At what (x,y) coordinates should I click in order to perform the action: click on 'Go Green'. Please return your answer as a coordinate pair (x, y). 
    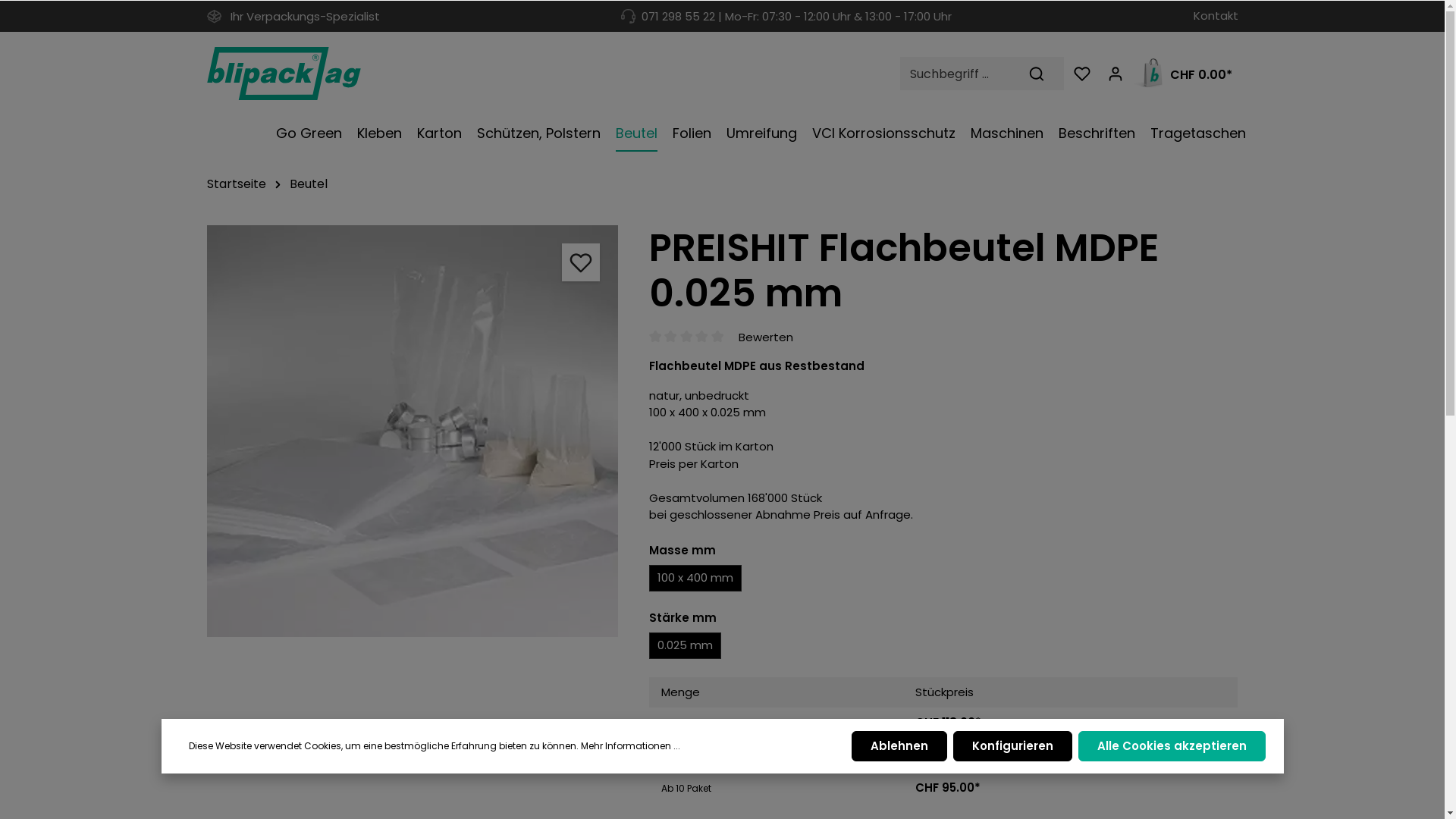
    Looking at the image, I should click on (268, 133).